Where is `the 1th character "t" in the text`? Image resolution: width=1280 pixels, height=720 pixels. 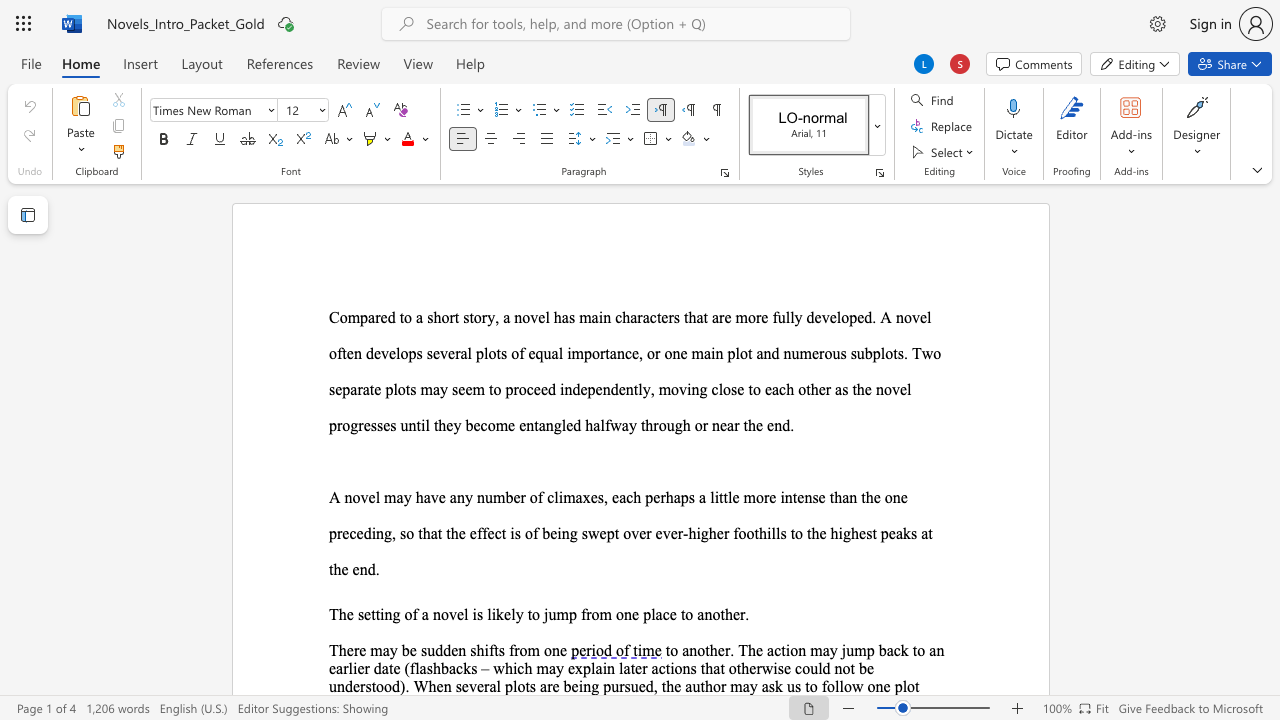
the 1th character "t" in the text is located at coordinates (373, 613).